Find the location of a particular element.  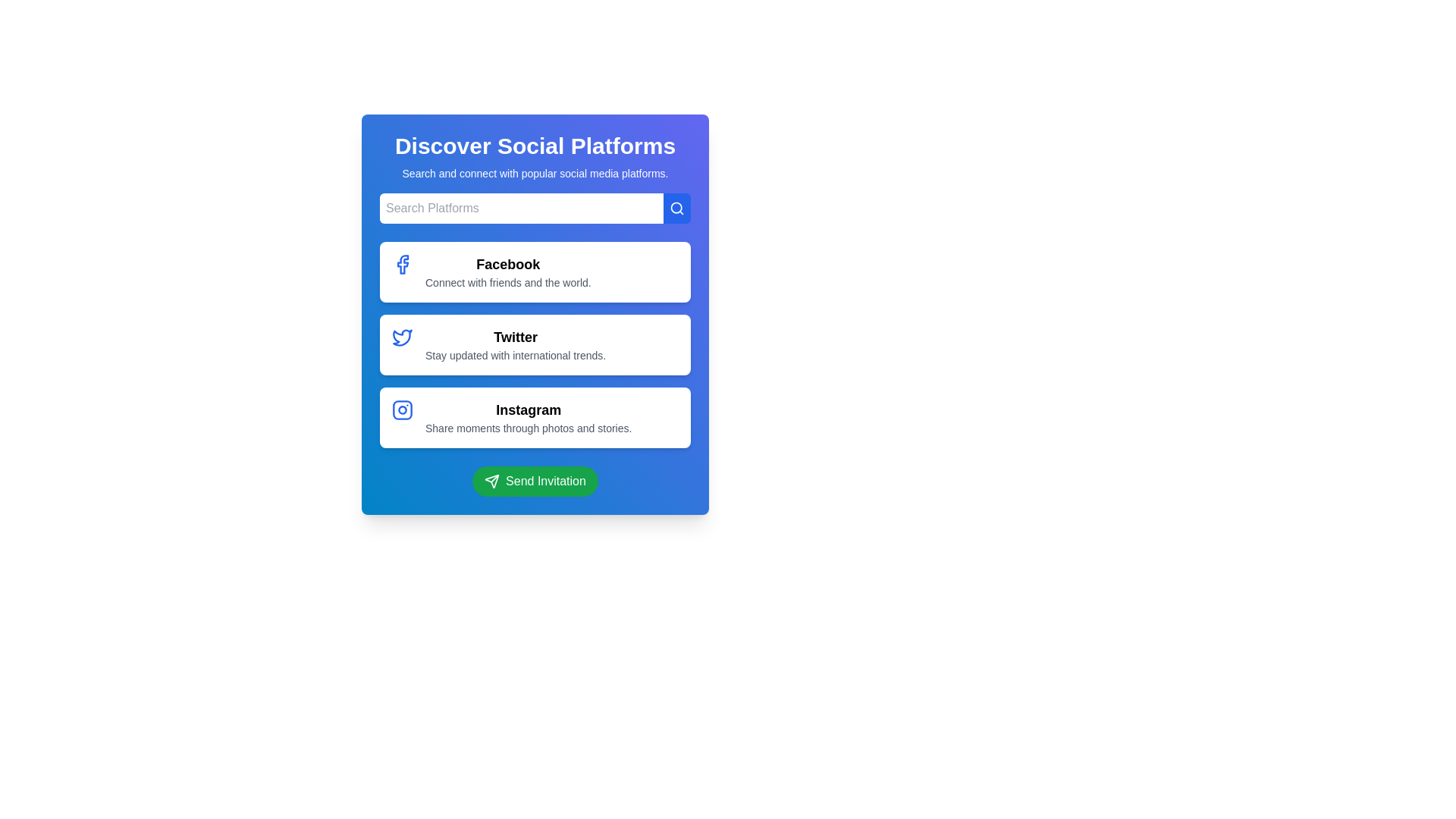

the Twitter icon located on the left side of the 'Twitter' section, next to the text 'Stay updated with international trends.' is located at coordinates (403, 336).